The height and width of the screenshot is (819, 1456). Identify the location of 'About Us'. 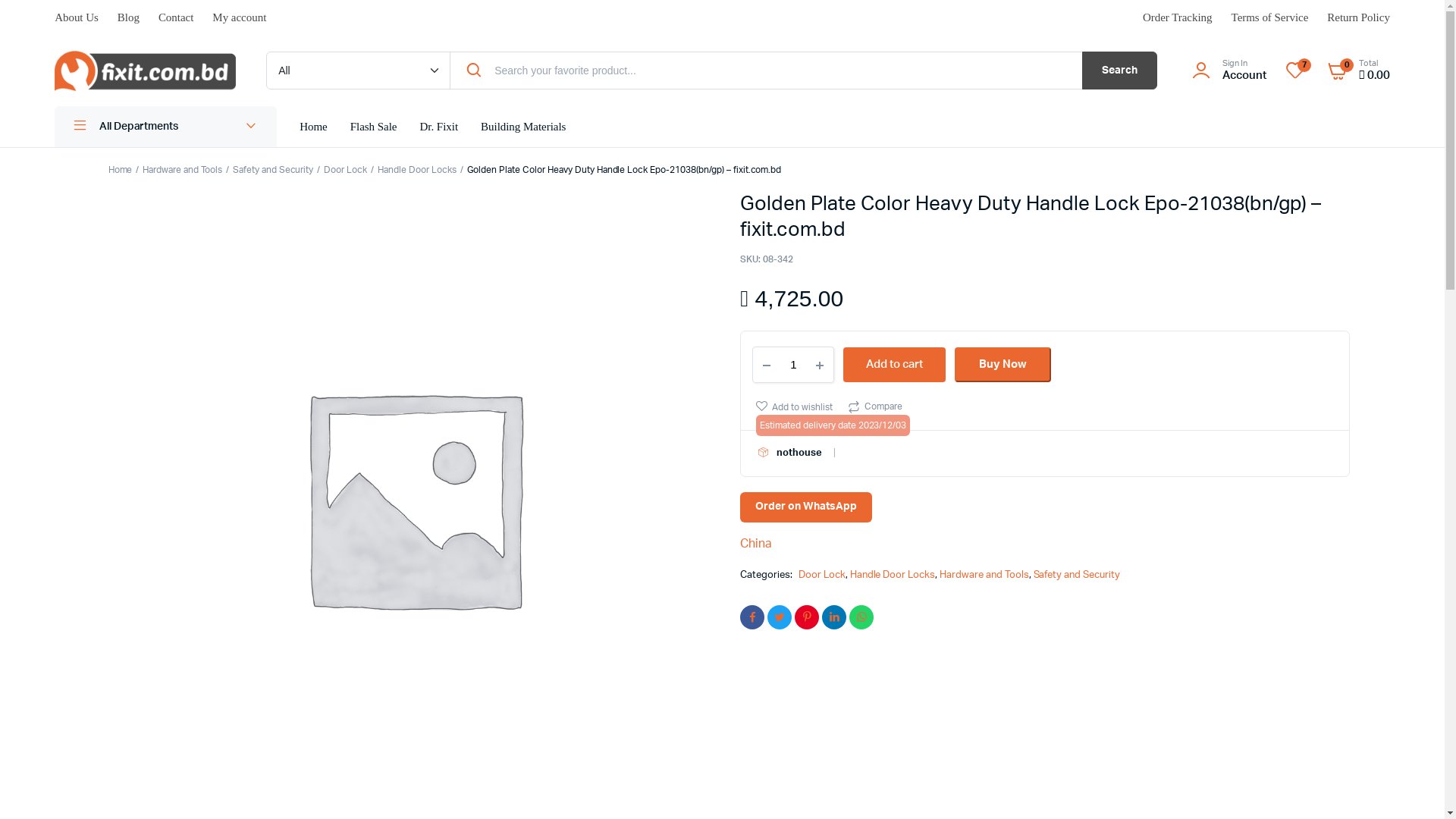
(55, 17).